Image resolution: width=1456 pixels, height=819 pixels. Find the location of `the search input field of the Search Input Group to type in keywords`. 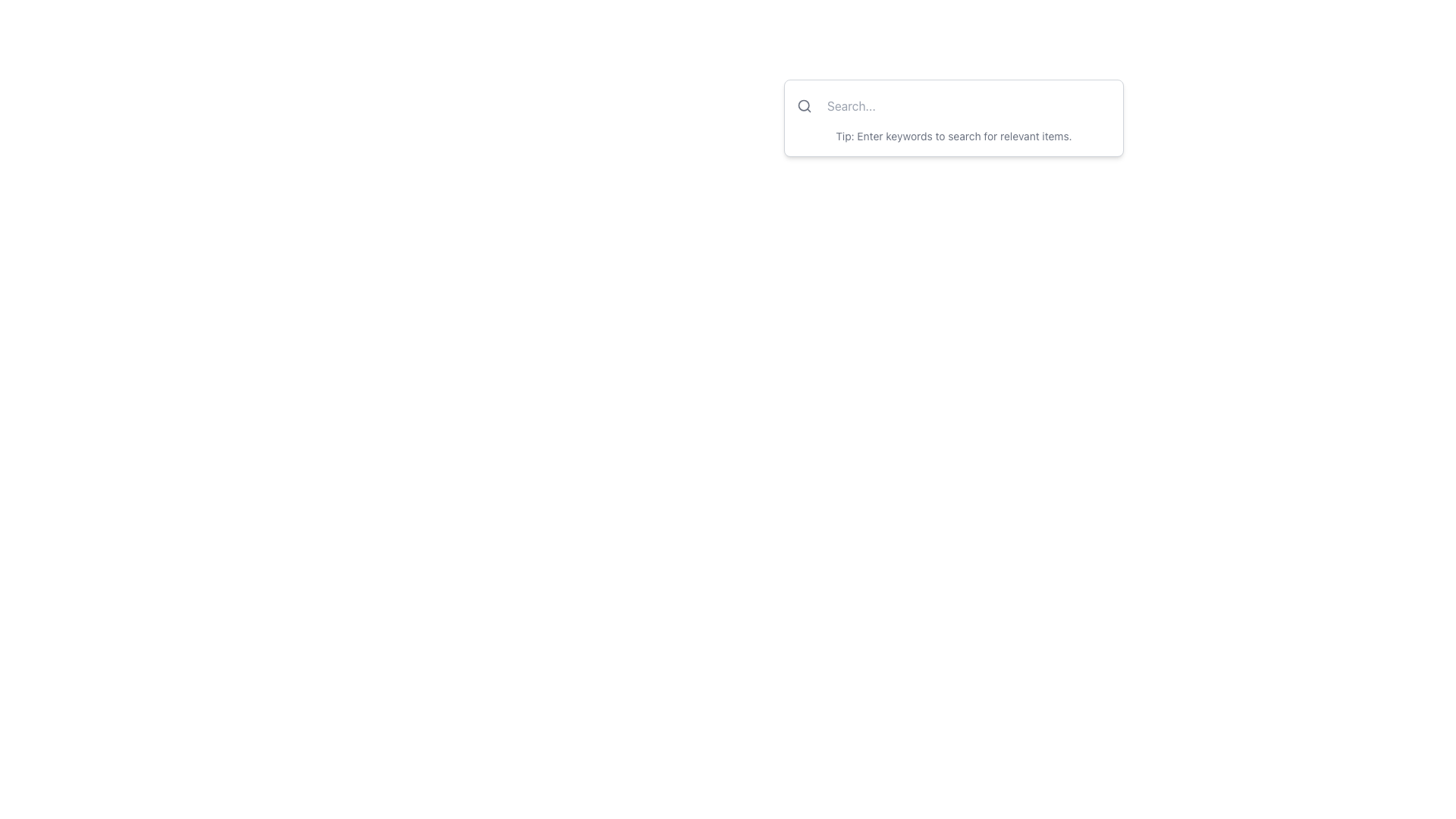

the search input field of the Search Input Group to type in keywords is located at coordinates (952, 117).